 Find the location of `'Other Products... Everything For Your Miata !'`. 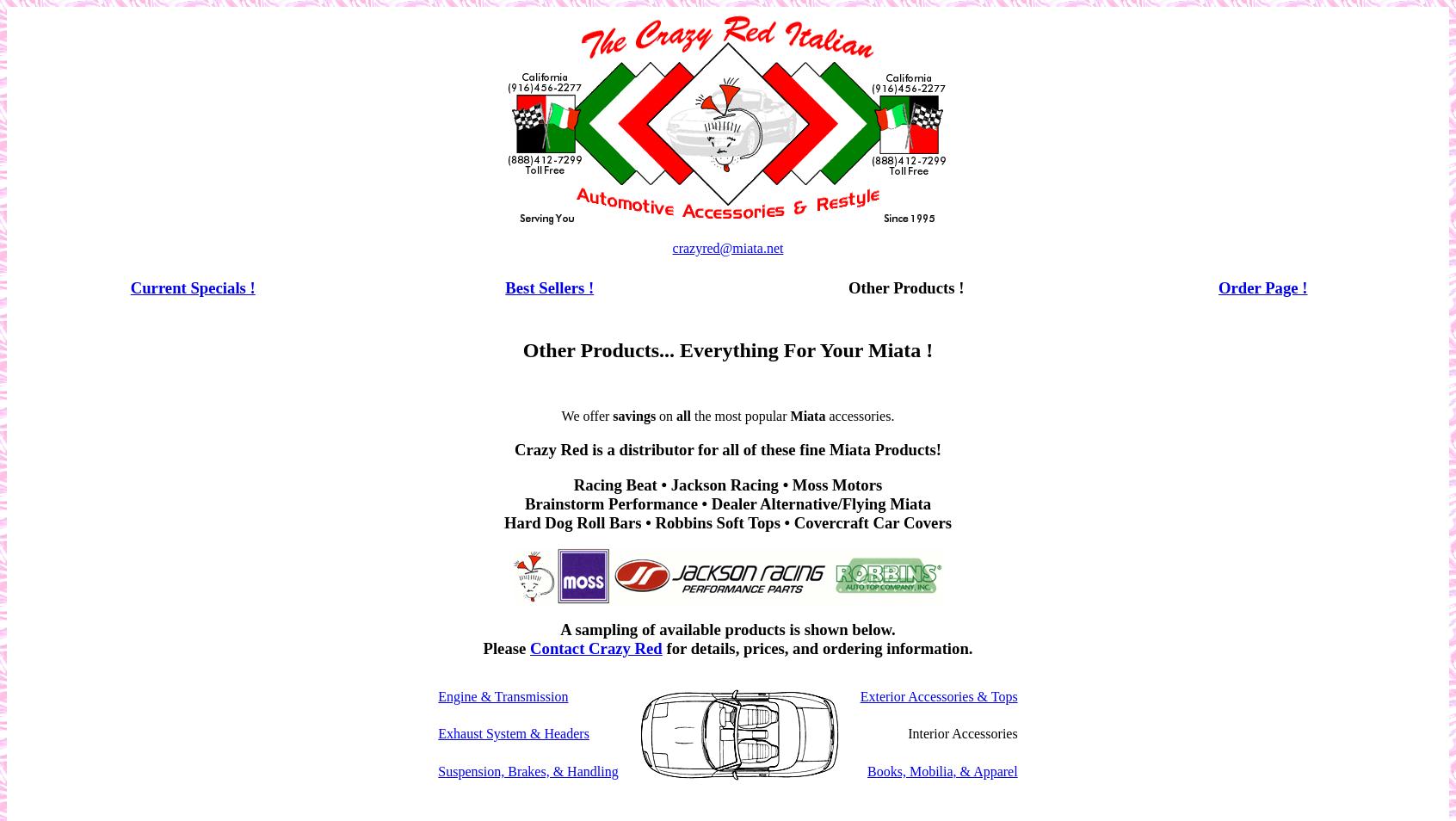

'Other Products... Everything For Your Miata !' is located at coordinates (521, 349).